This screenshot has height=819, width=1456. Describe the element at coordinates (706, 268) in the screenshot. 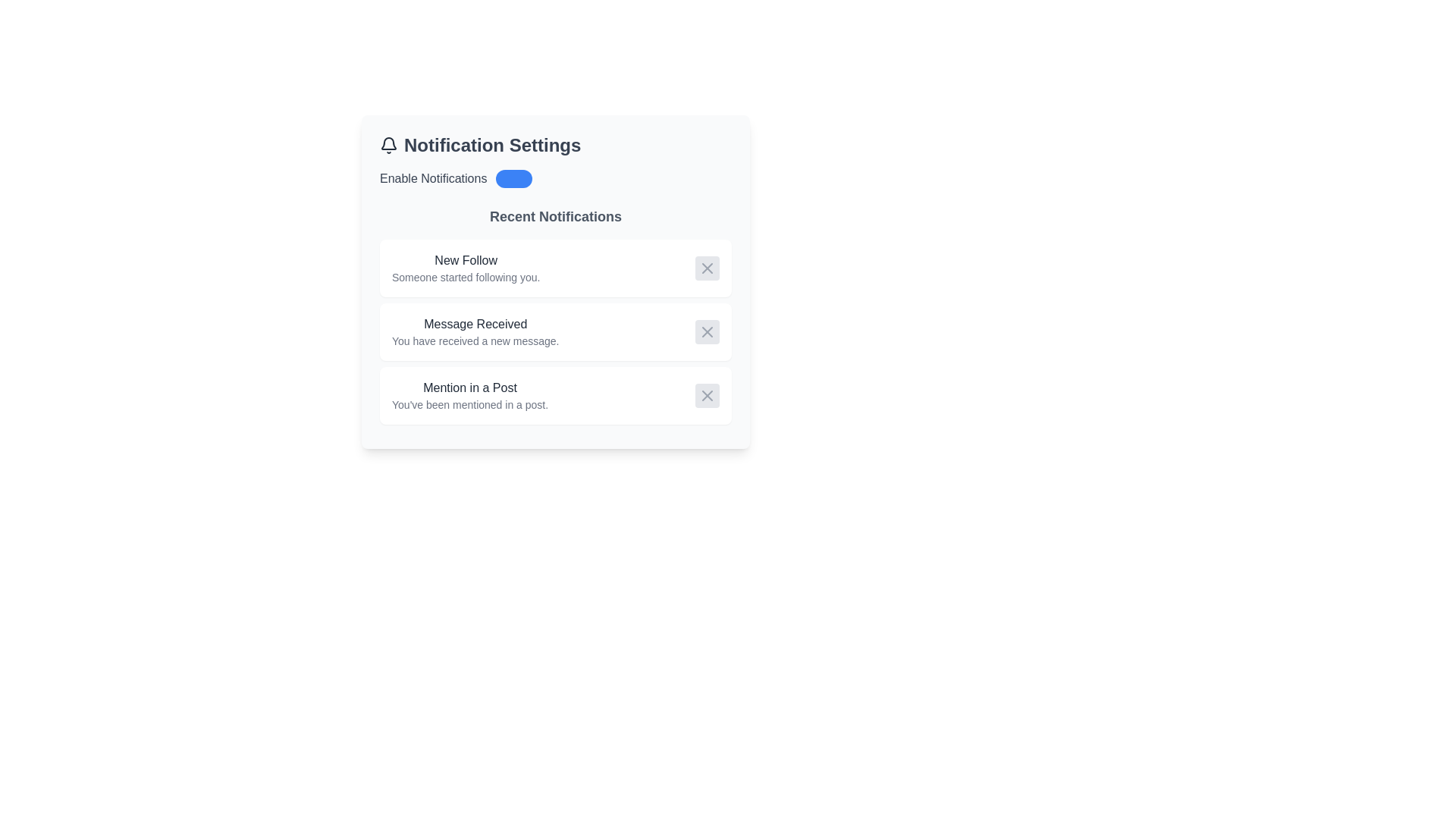

I see `the 'X' icon in the top right corner of the 'New Follow' notification entry in the 'Recent Notifications' section of the notification settings panel` at that location.